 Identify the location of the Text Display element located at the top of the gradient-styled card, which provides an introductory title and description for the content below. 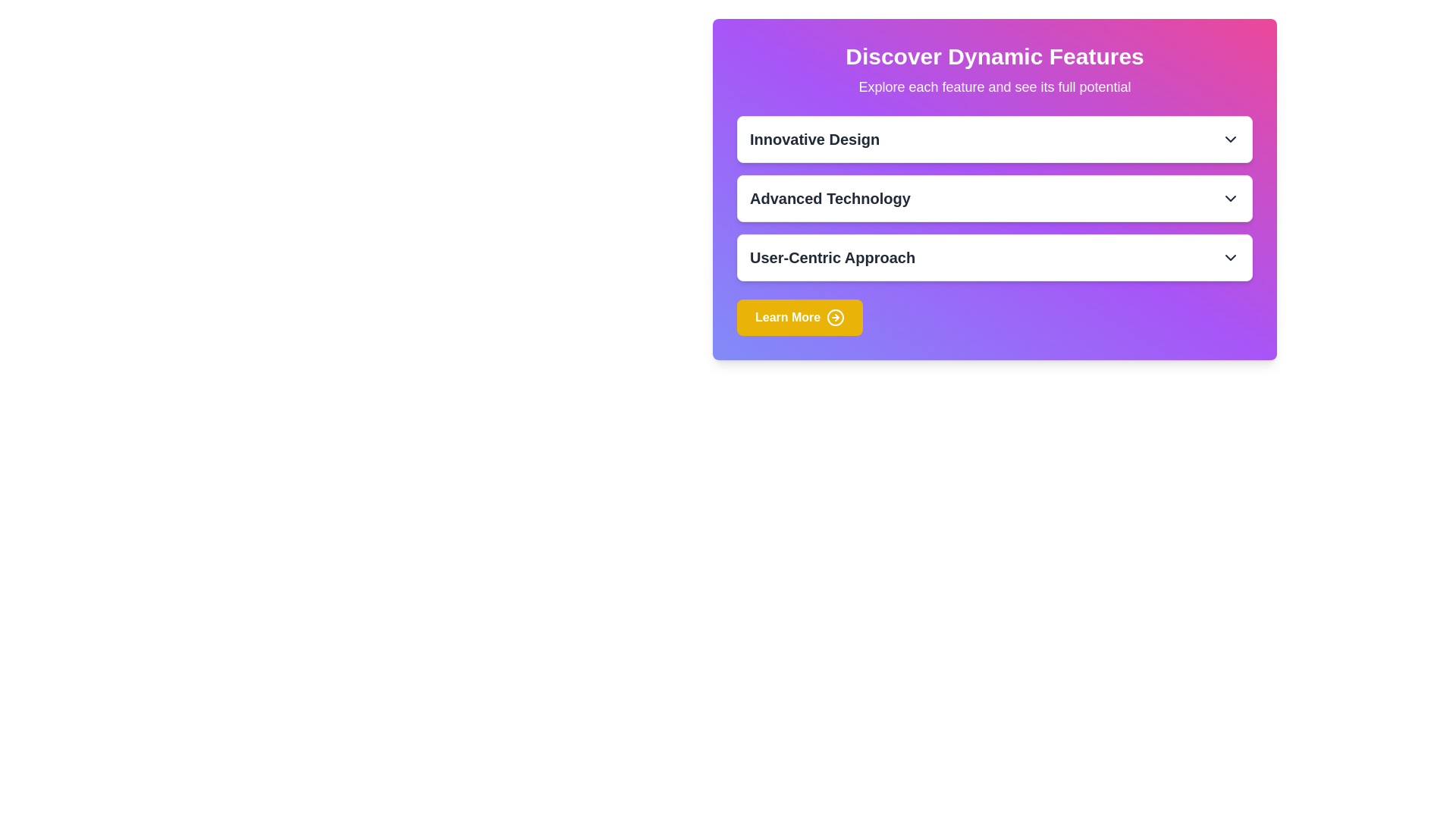
(994, 70).